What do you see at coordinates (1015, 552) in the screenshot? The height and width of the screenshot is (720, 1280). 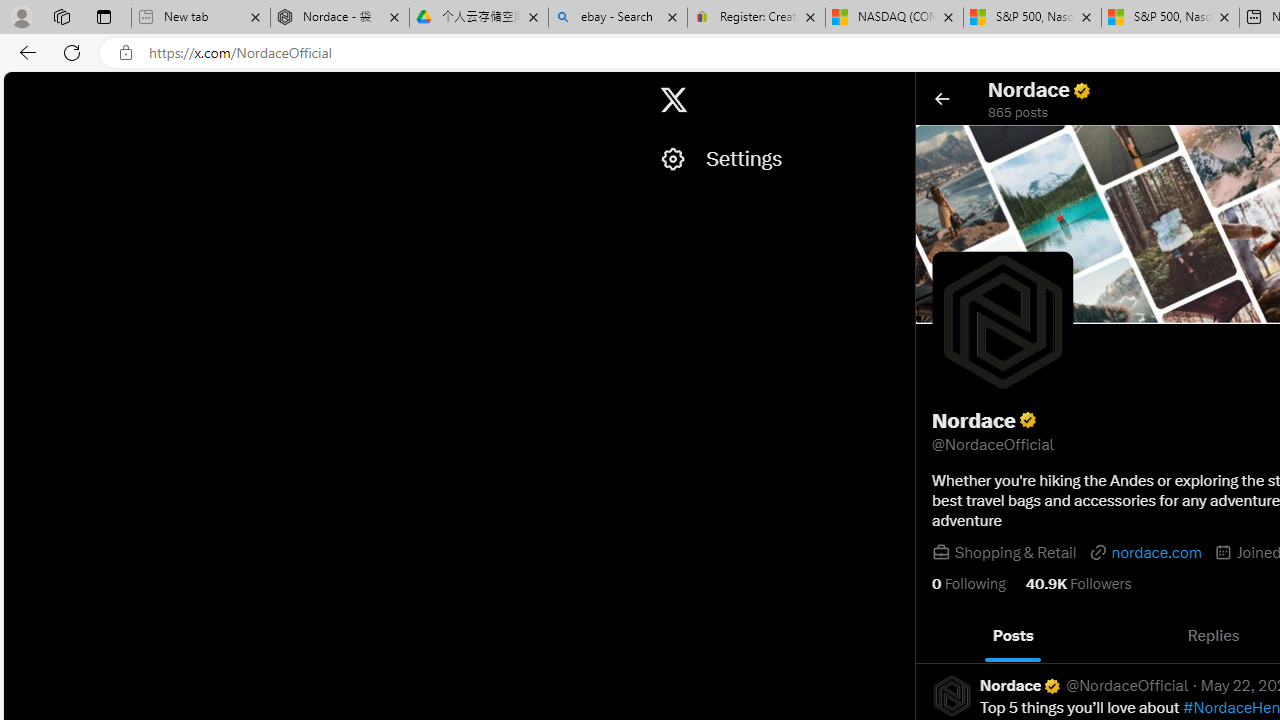 I see `'Shopping & Retail'` at bounding box center [1015, 552].